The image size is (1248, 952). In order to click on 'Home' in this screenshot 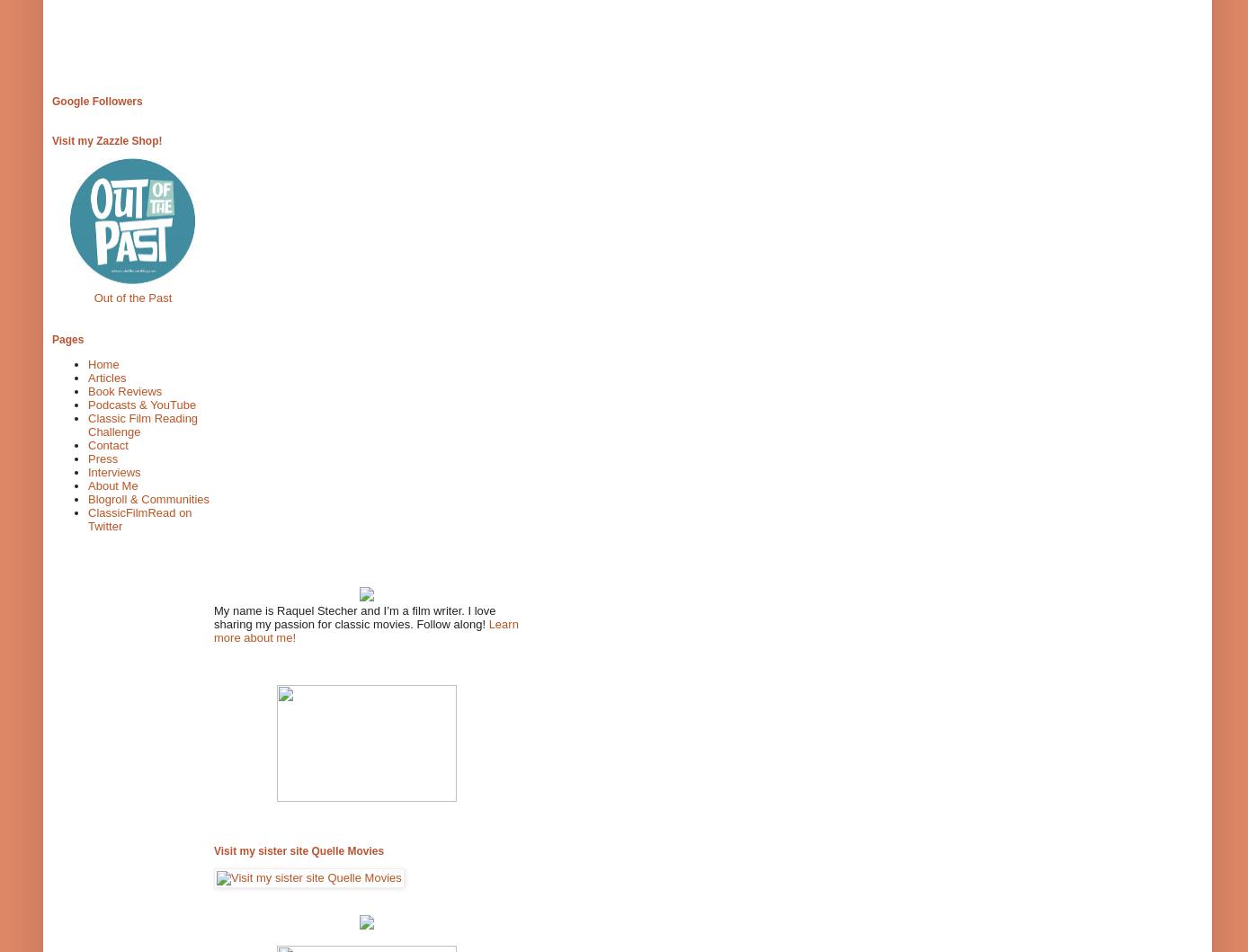, I will do `click(86, 363)`.